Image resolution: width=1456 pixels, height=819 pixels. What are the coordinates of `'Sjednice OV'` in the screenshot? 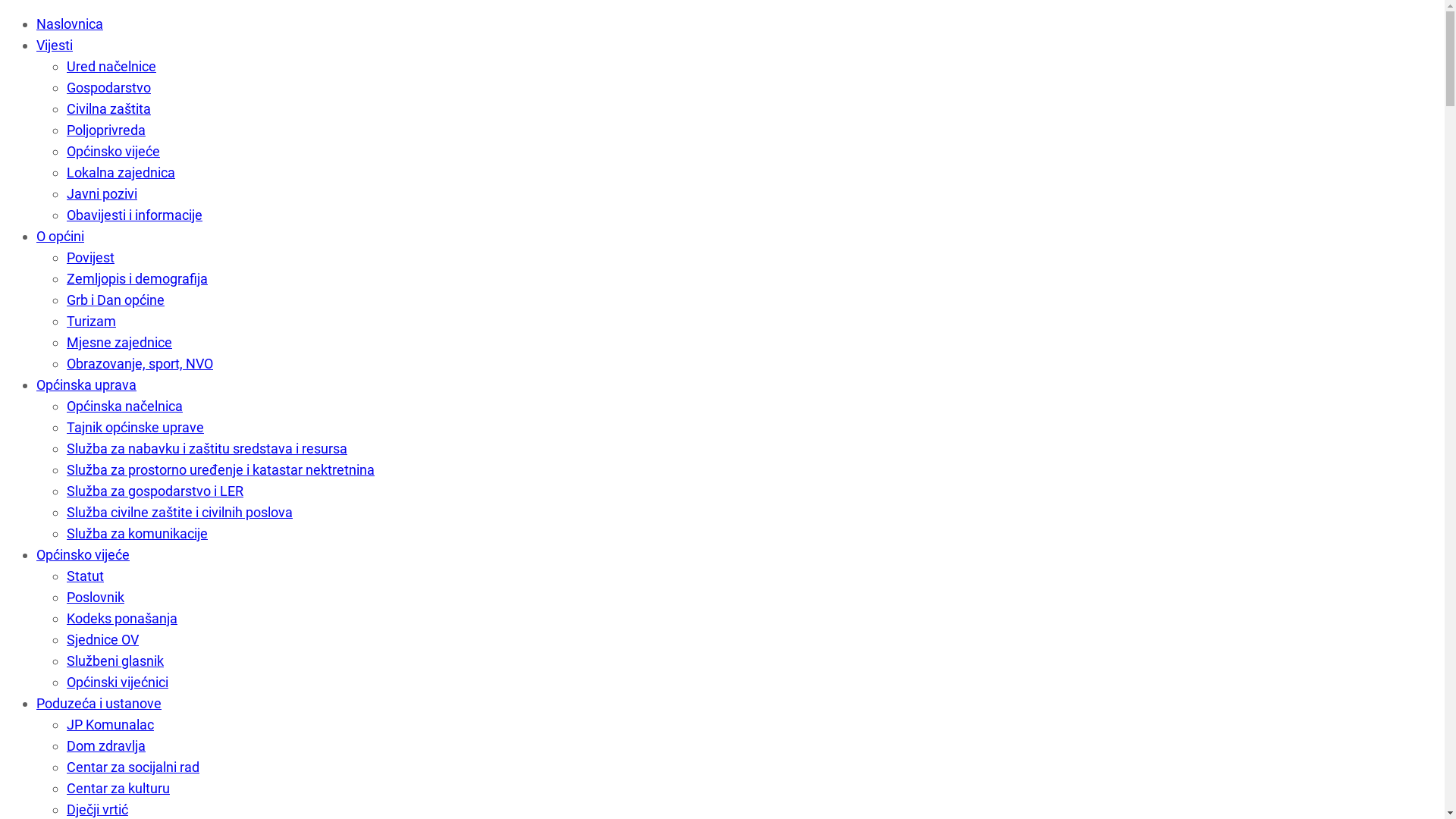 It's located at (102, 639).